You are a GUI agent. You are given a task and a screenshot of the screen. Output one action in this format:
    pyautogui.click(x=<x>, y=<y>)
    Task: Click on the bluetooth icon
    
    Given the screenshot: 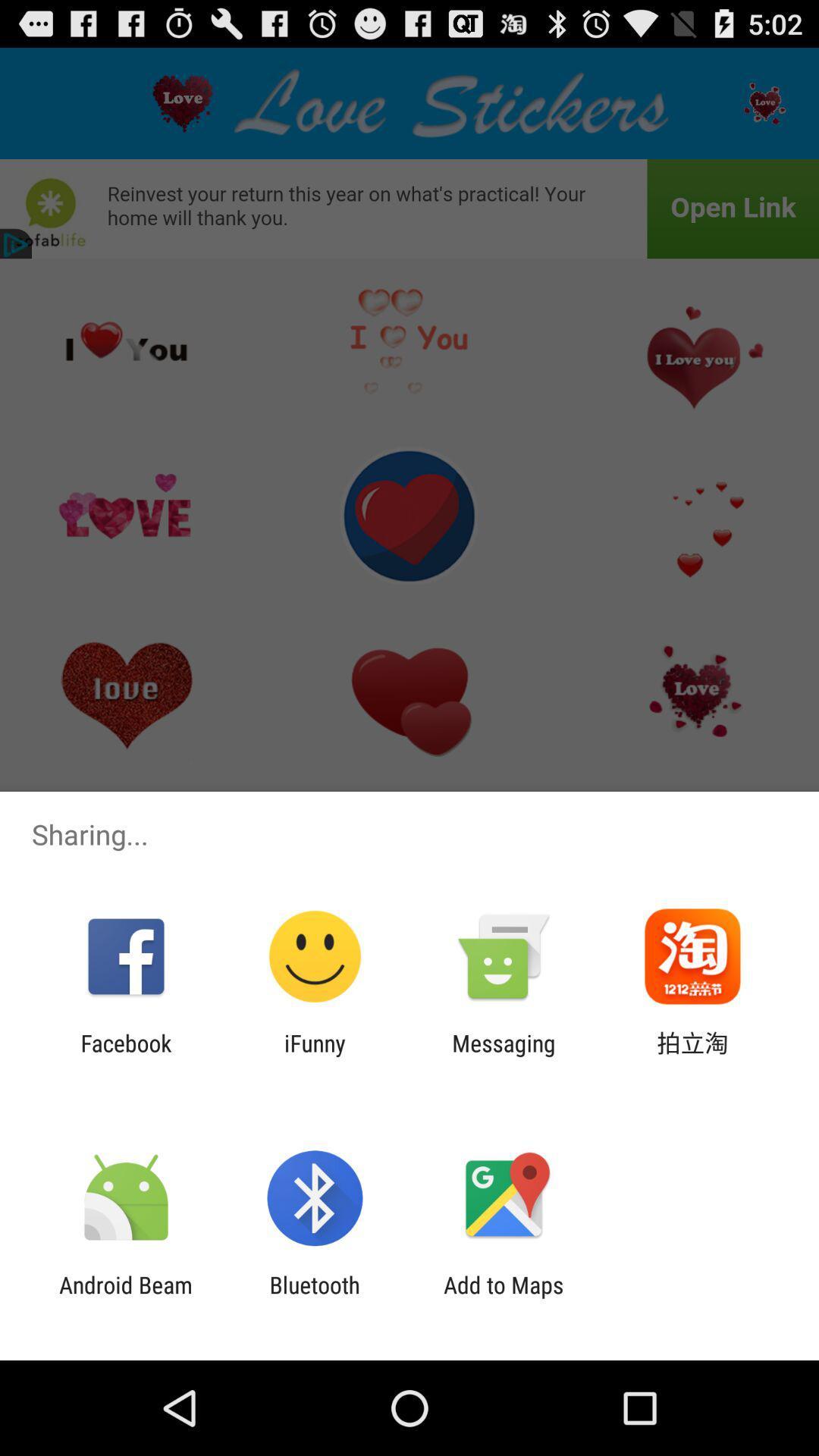 What is the action you would take?
    pyautogui.click(x=314, y=1298)
    